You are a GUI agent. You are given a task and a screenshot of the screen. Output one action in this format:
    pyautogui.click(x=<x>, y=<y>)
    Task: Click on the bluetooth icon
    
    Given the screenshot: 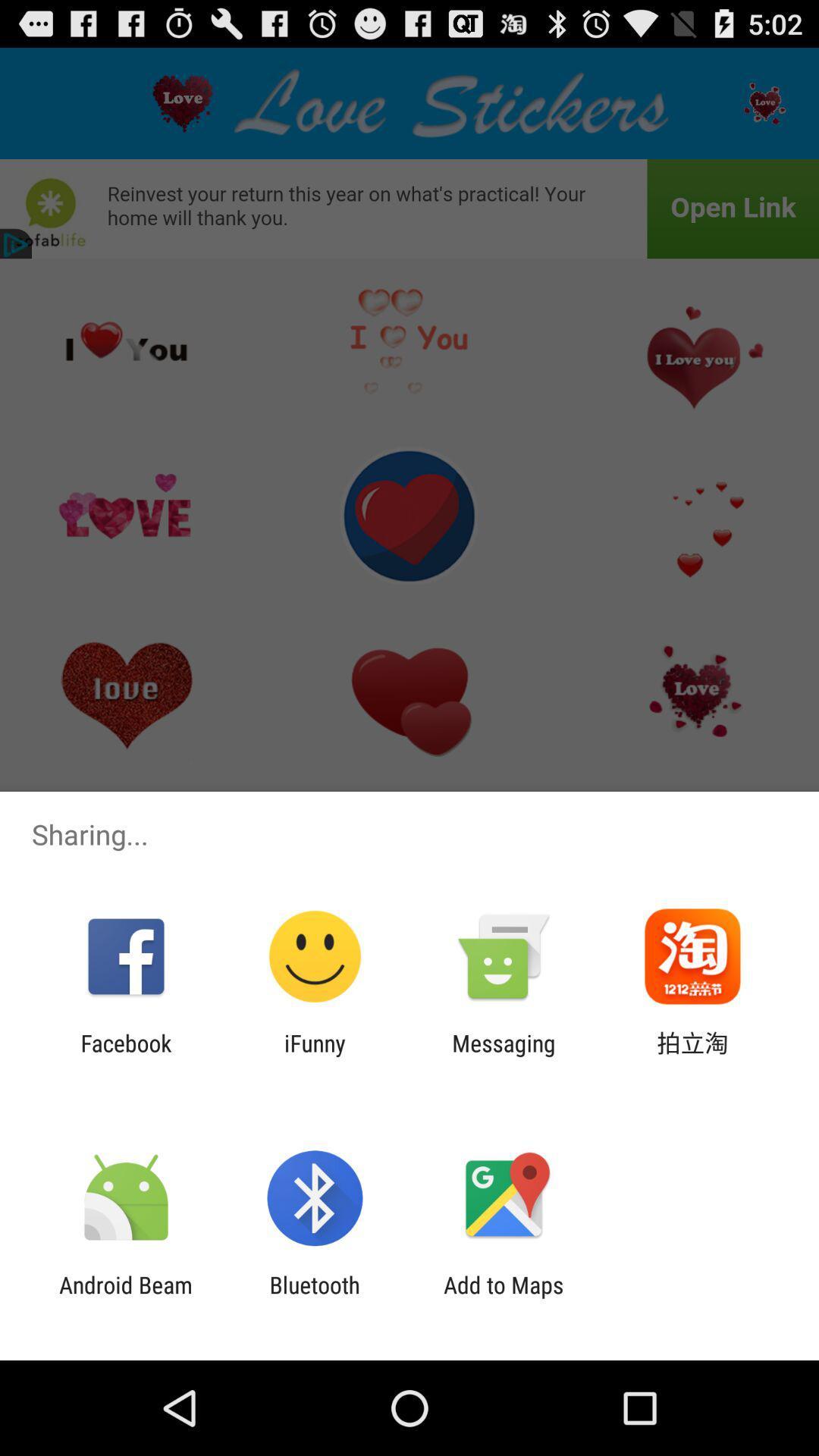 What is the action you would take?
    pyautogui.click(x=314, y=1298)
    